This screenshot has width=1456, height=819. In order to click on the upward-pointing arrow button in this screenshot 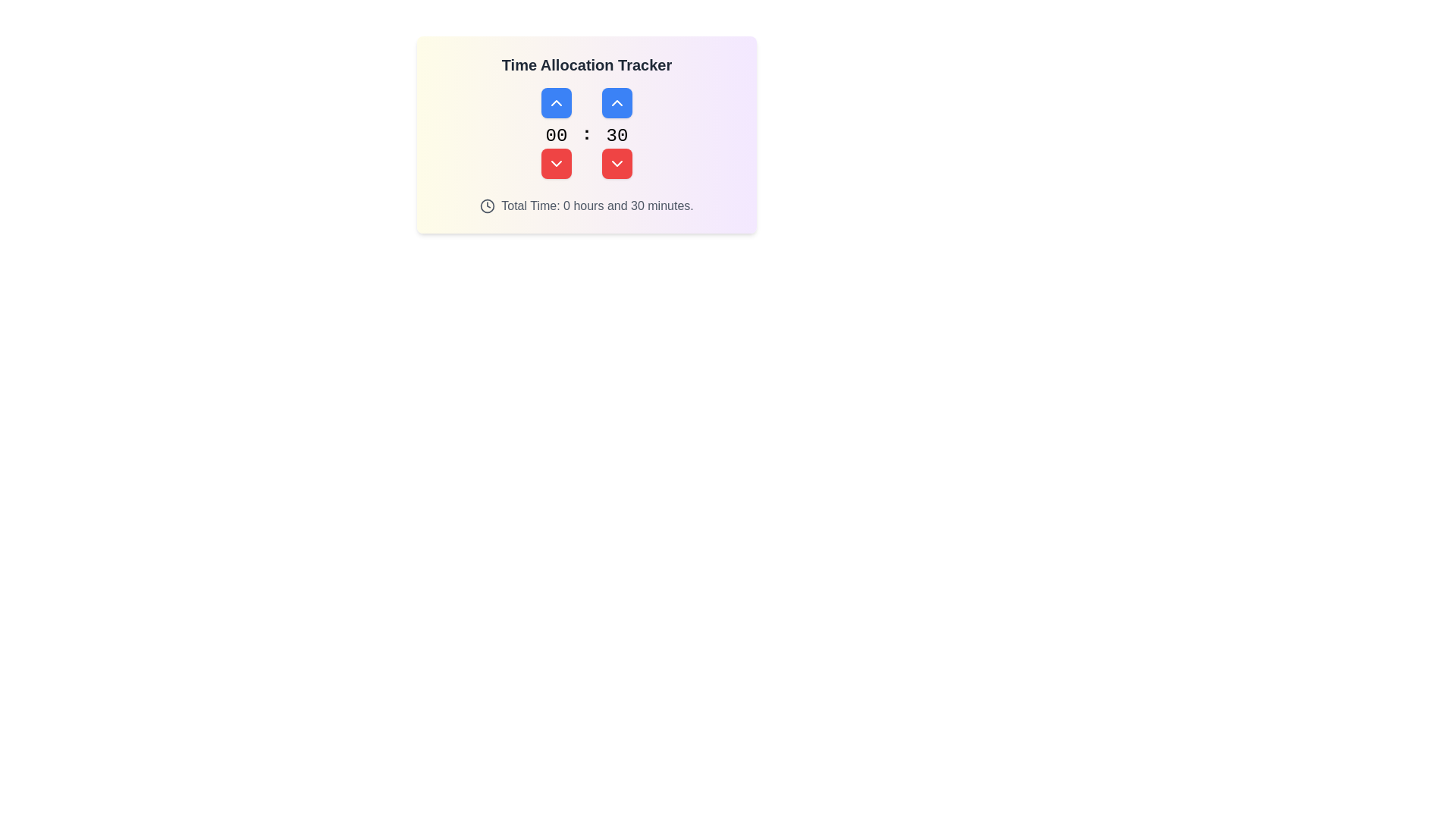, I will do `click(617, 102)`.